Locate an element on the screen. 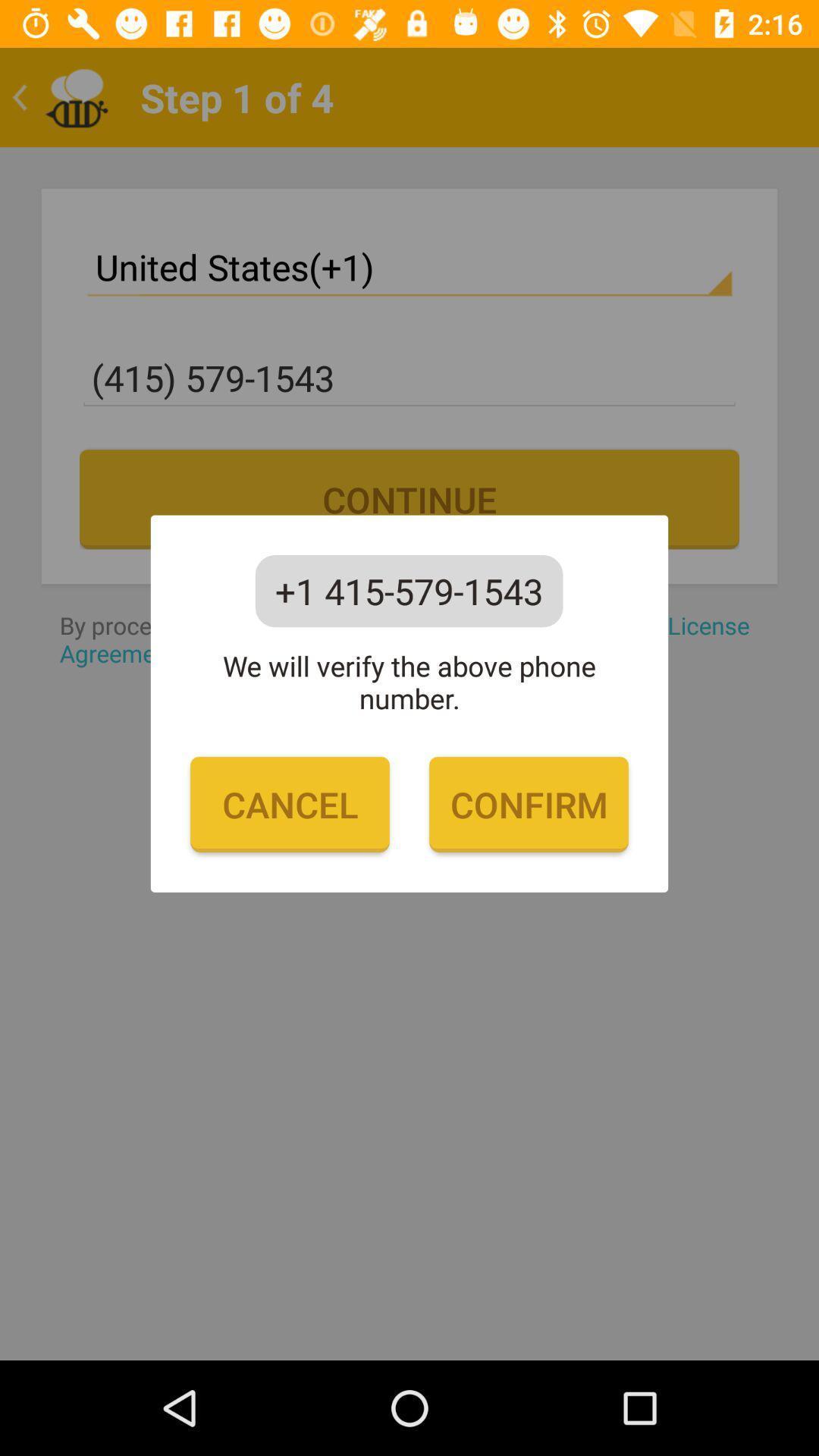  icon next to the confirm item is located at coordinates (290, 804).